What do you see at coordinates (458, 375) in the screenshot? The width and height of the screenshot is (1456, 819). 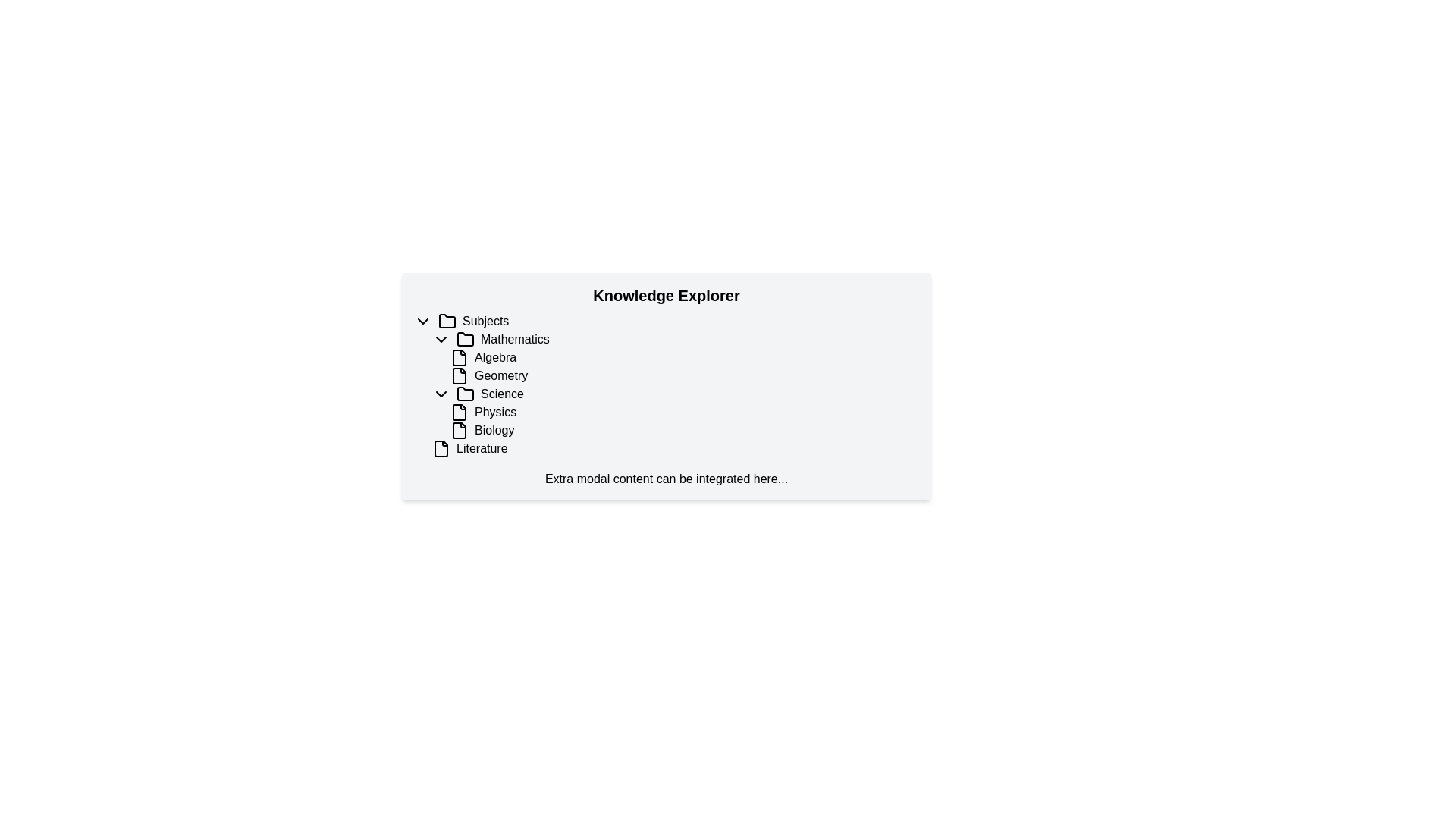 I see `the 'Geometry' icon located in the 'Mathematics' category of the 'Knowledge Explorer' interface to interact with it` at bounding box center [458, 375].